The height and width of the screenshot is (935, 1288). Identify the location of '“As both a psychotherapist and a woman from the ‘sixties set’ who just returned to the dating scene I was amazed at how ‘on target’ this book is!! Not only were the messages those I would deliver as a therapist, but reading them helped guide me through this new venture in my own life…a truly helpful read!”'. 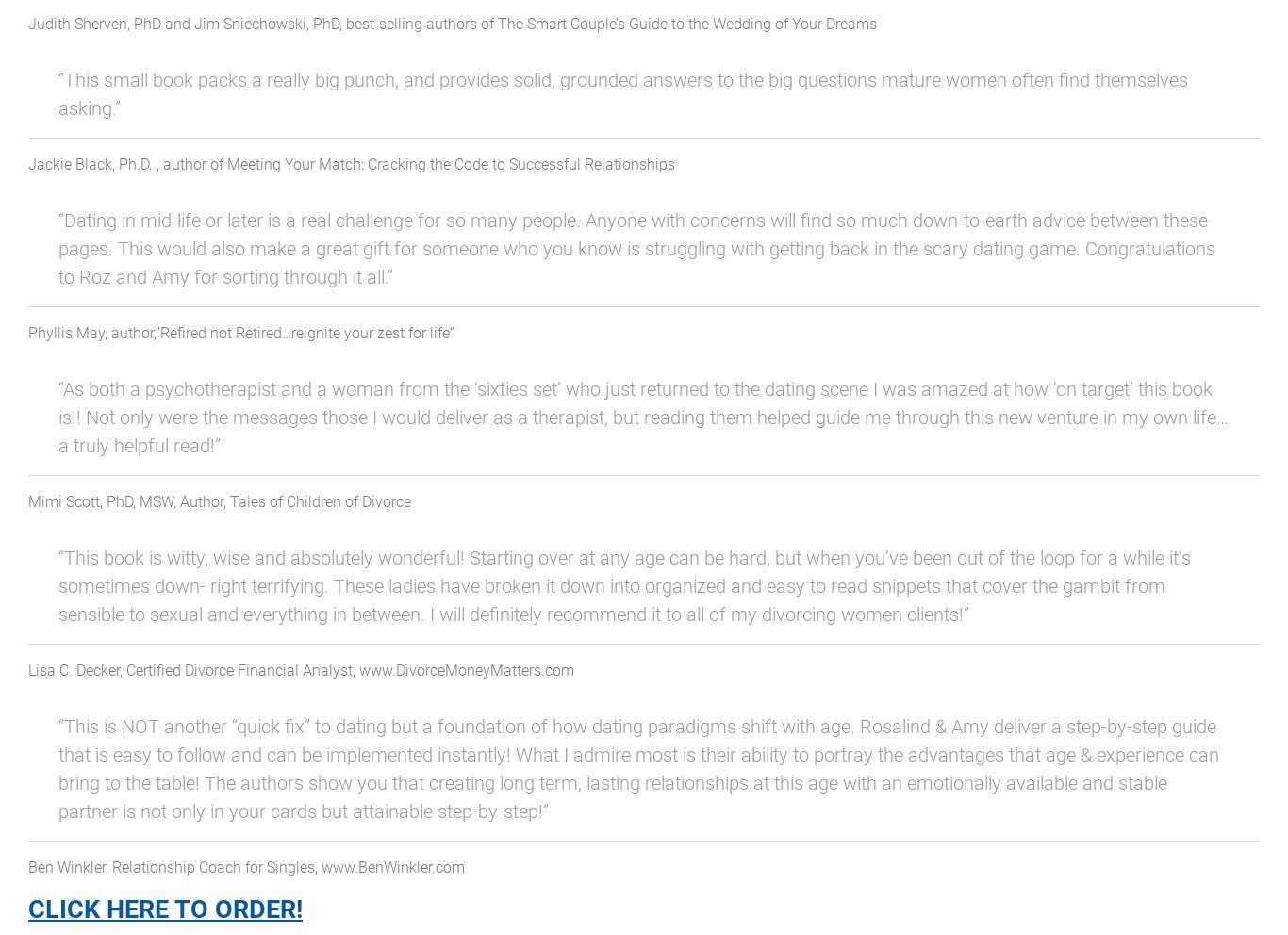
(642, 417).